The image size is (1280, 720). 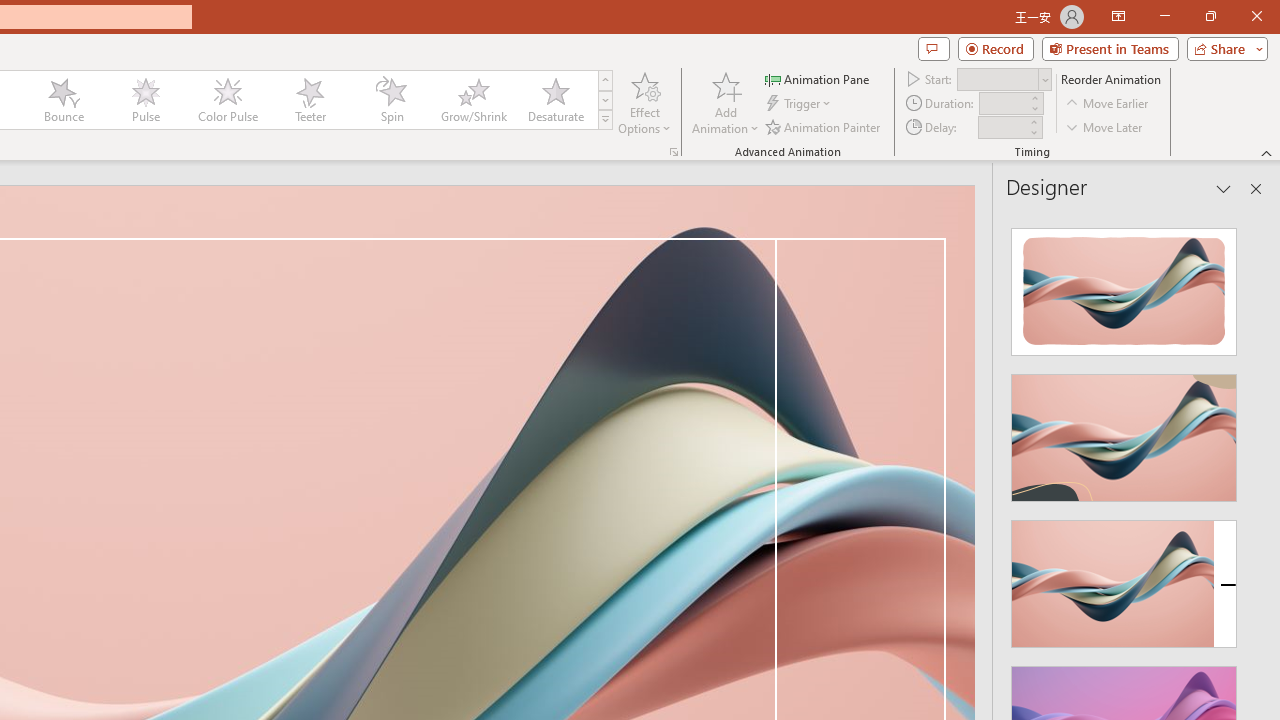 What do you see at coordinates (800, 103) in the screenshot?
I see `'Trigger'` at bounding box center [800, 103].